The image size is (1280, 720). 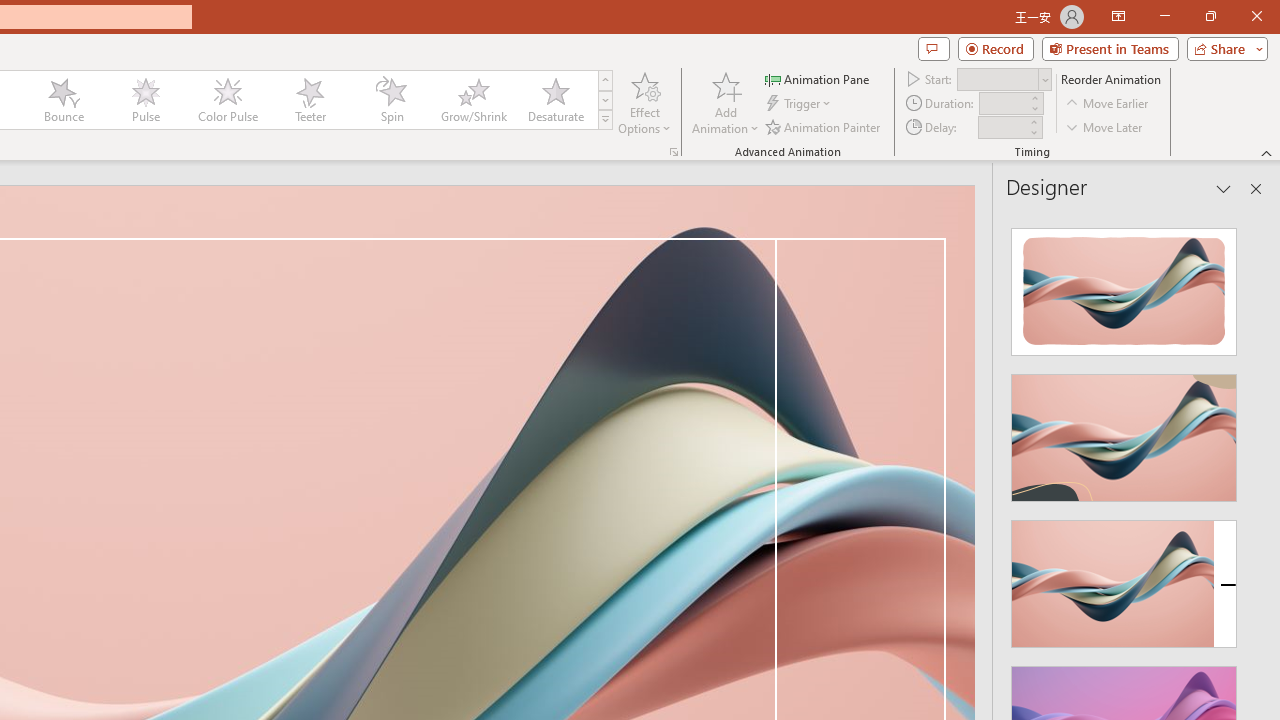 What do you see at coordinates (800, 103) in the screenshot?
I see `'Trigger'` at bounding box center [800, 103].